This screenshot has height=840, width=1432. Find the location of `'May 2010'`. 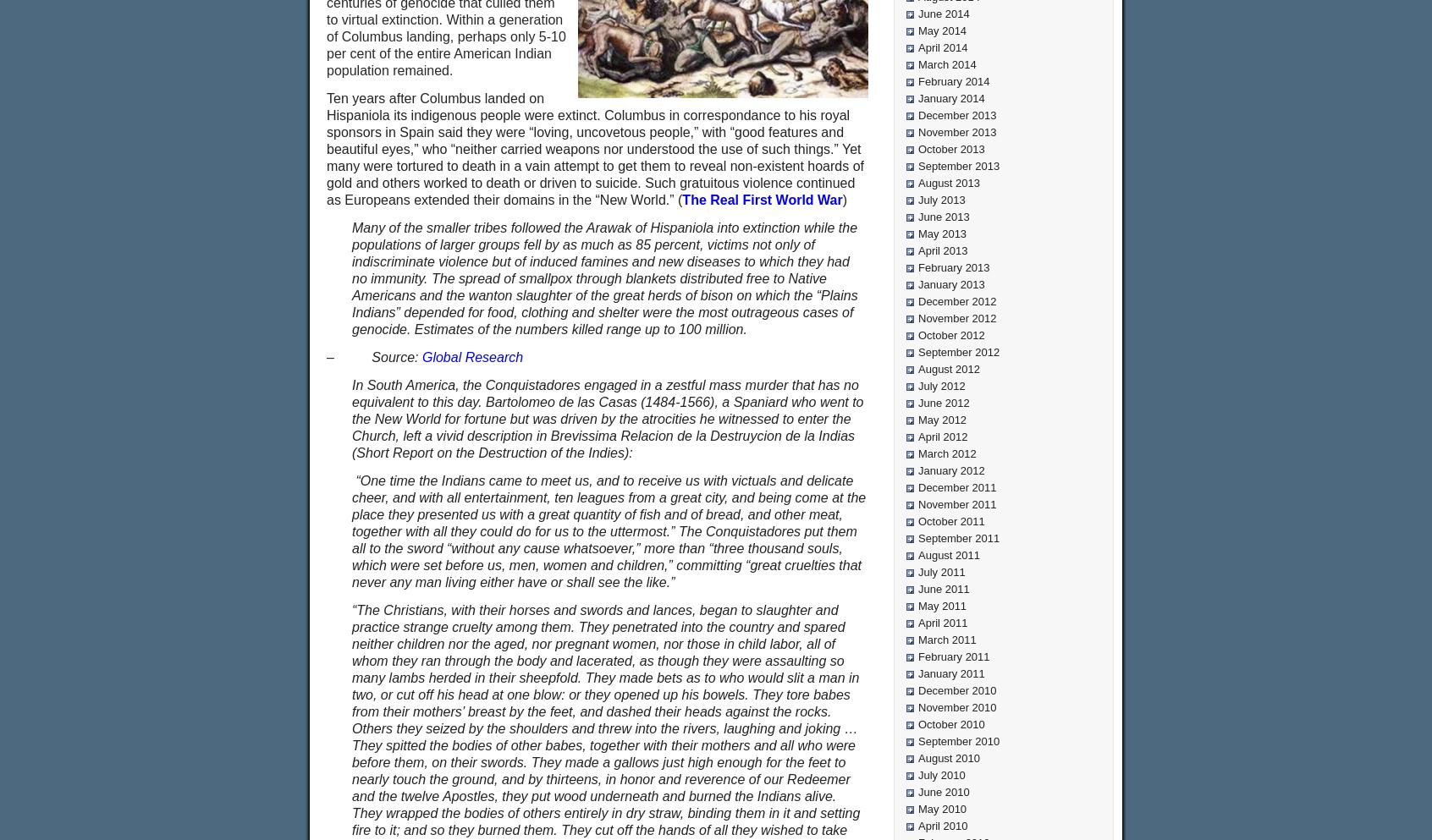

'May 2010' is located at coordinates (942, 809).